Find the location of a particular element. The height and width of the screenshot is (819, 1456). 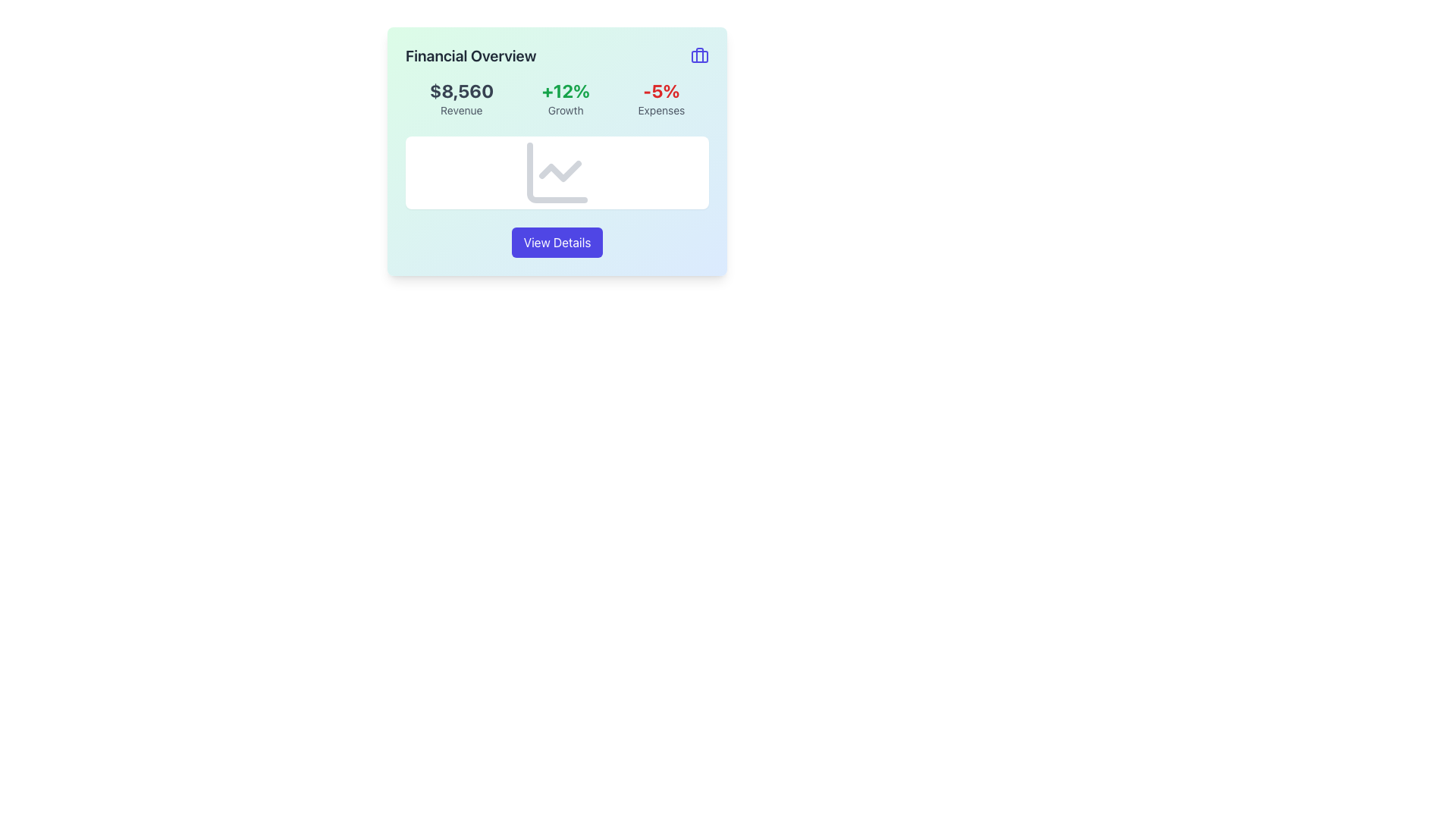

the Informational Text Block displaying the financial figure ($8,560) categorized under 'Revenue', located at the left side of the row in the 'Financial Overview' section is located at coordinates (460, 99).